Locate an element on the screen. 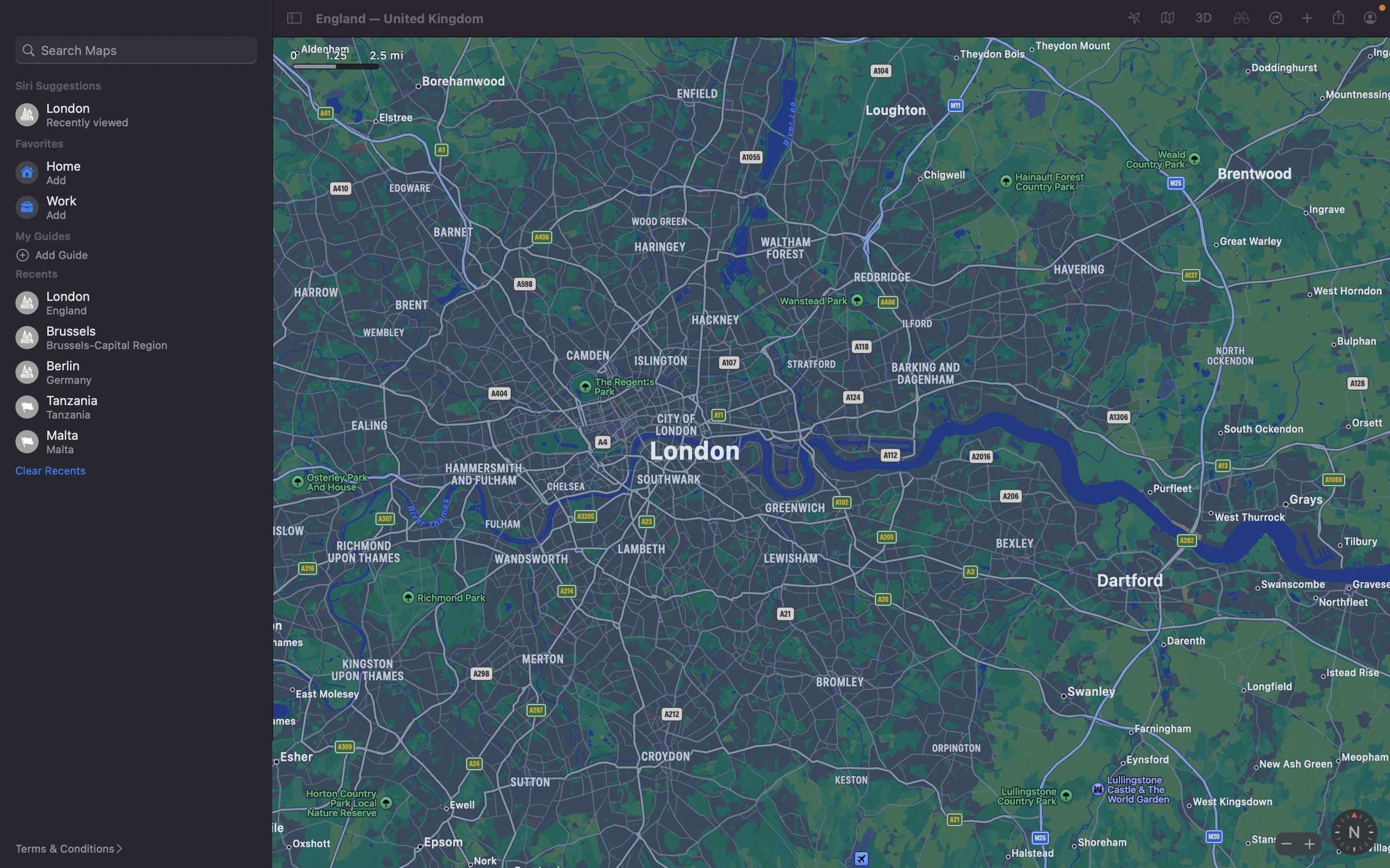 The image size is (1390, 868). the compass is located at coordinates (1353, 832).